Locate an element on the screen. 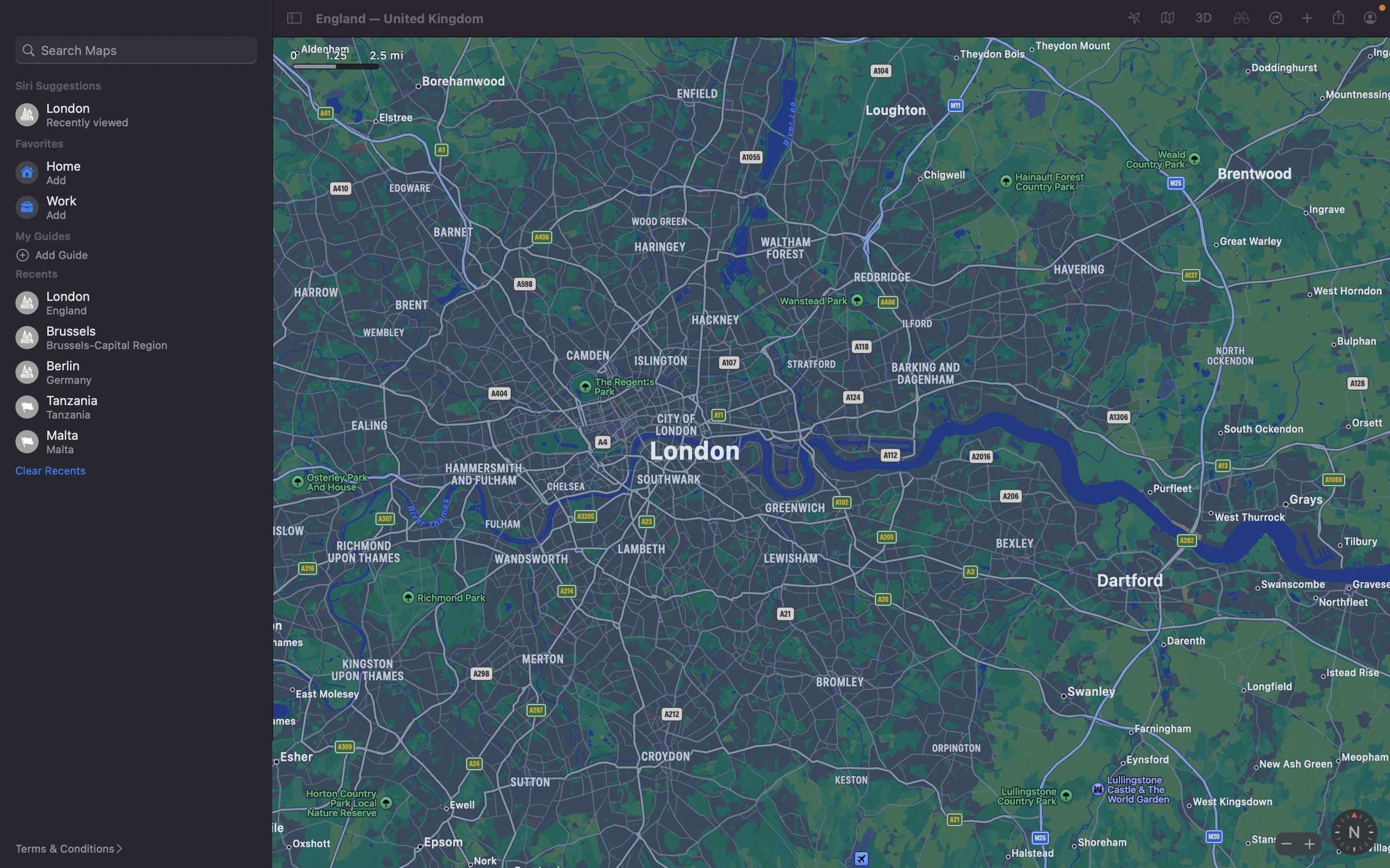 The image size is (1390, 868). the compass is located at coordinates (1353, 832).